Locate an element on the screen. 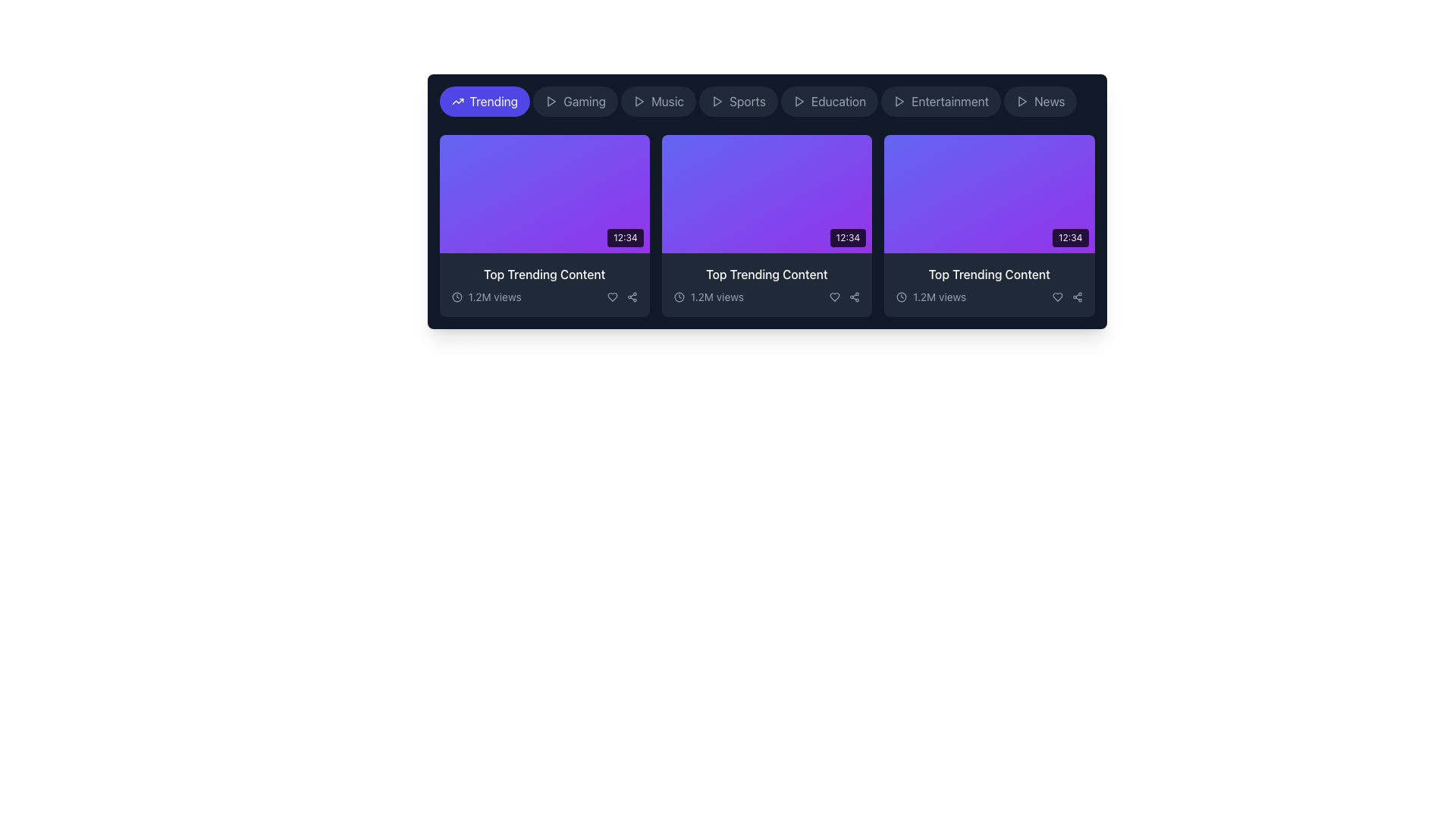 Image resolution: width=1456 pixels, height=819 pixels. the primary text label located in the third content card, which serves as a title for the card's content, positioned beneath a purple thumbnail and above '1.2M views' is located at coordinates (989, 275).